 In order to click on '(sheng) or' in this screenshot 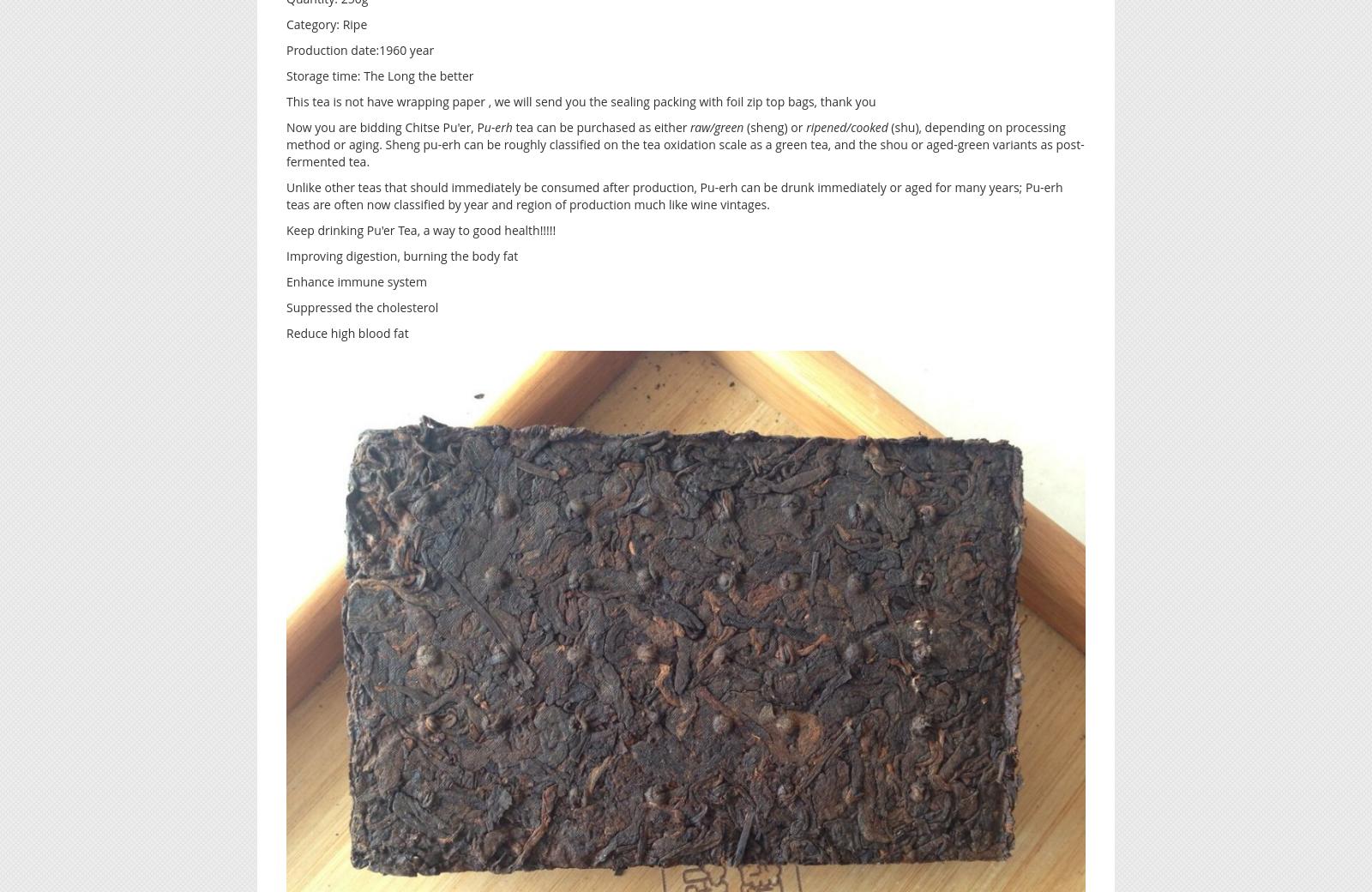, I will do `click(773, 126)`.